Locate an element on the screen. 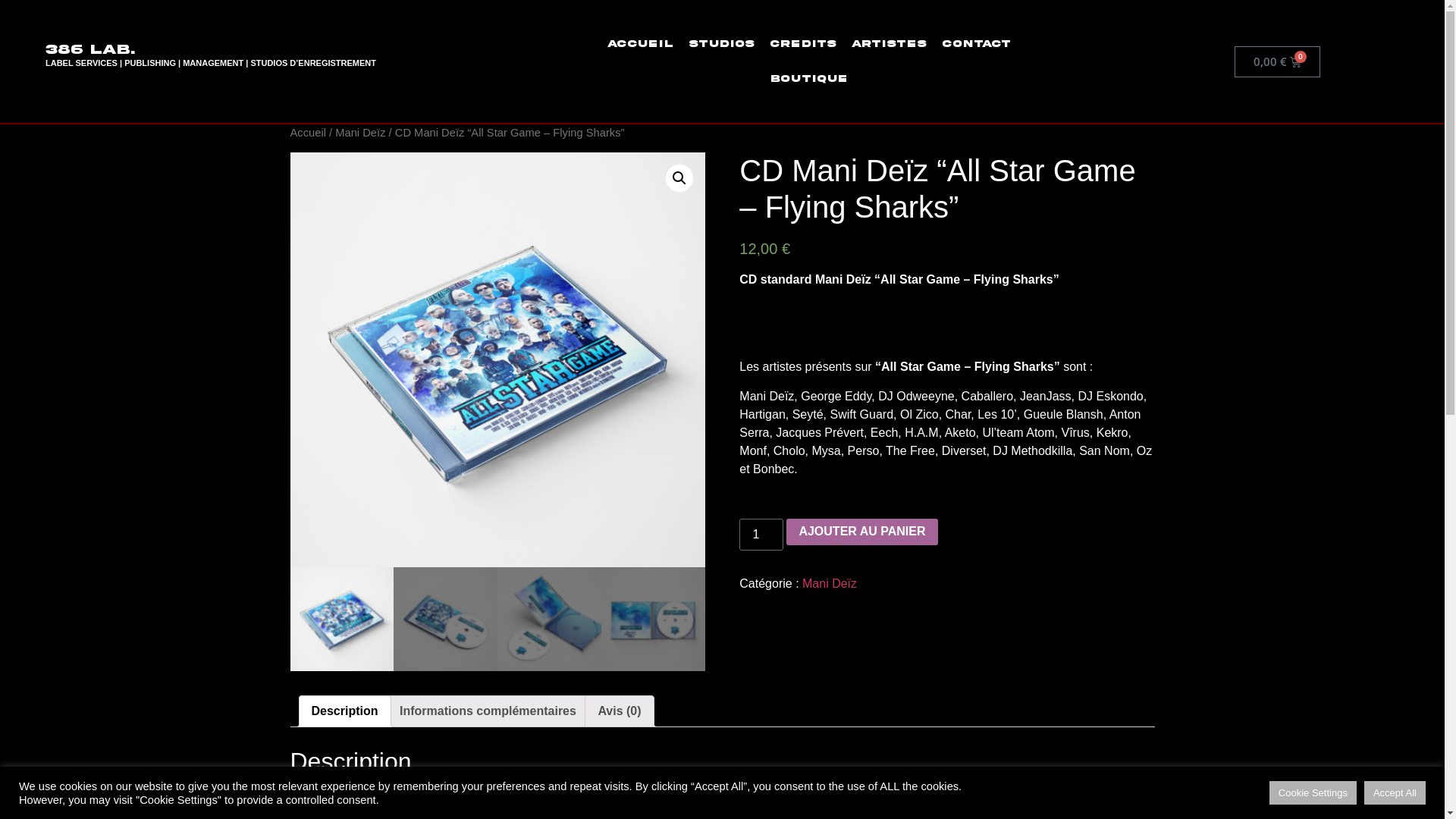 The width and height of the screenshot is (1456, 819). 'Cookie Settings' is located at coordinates (1312, 792).